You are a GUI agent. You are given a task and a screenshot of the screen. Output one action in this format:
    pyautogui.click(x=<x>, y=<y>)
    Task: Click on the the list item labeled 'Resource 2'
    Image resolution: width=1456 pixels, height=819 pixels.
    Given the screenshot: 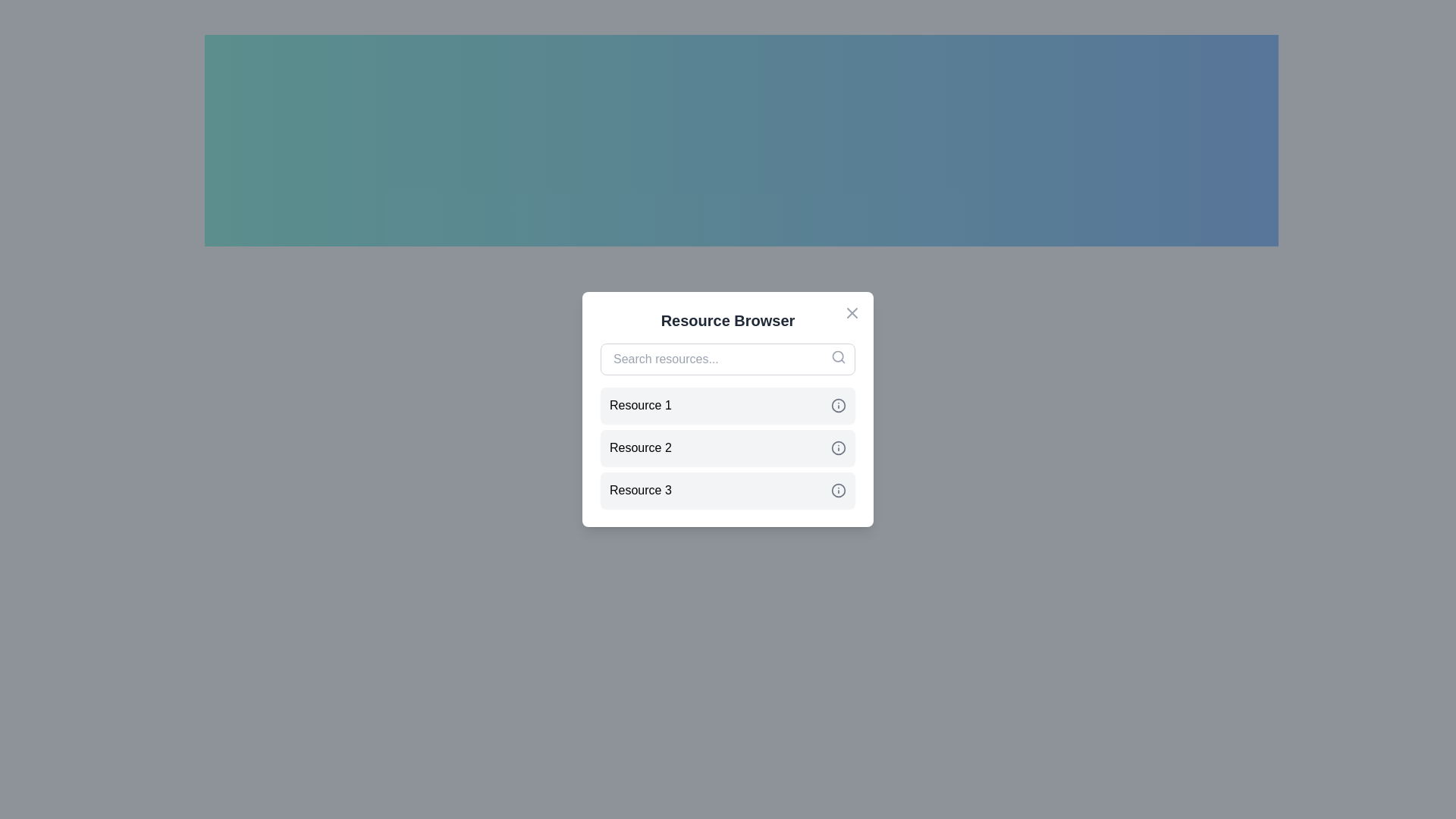 What is the action you would take?
    pyautogui.click(x=728, y=447)
    